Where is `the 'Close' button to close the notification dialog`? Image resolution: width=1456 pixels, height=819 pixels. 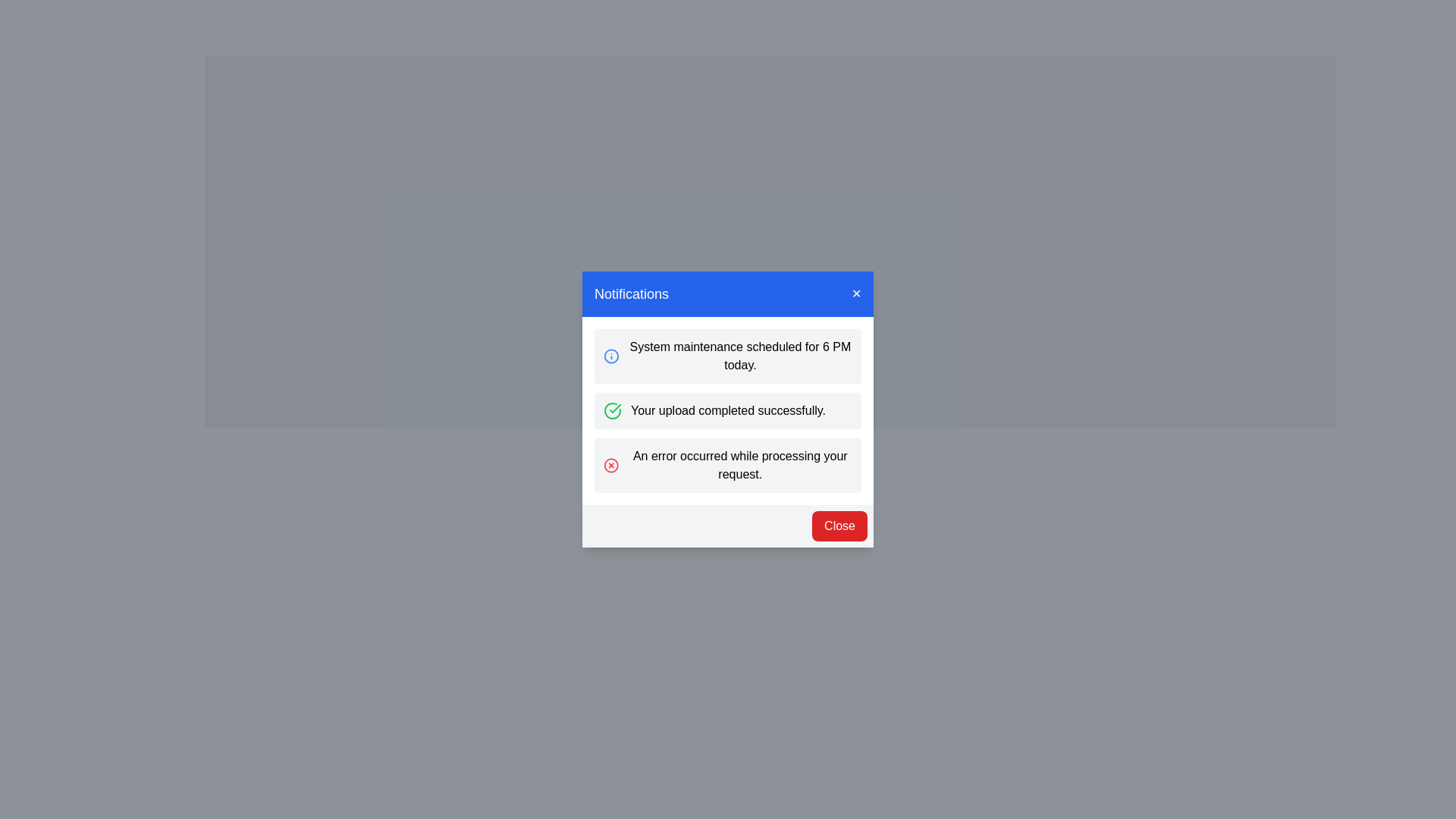
the 'Close' button to close the notification dialog is located at coordinates (839, 526).